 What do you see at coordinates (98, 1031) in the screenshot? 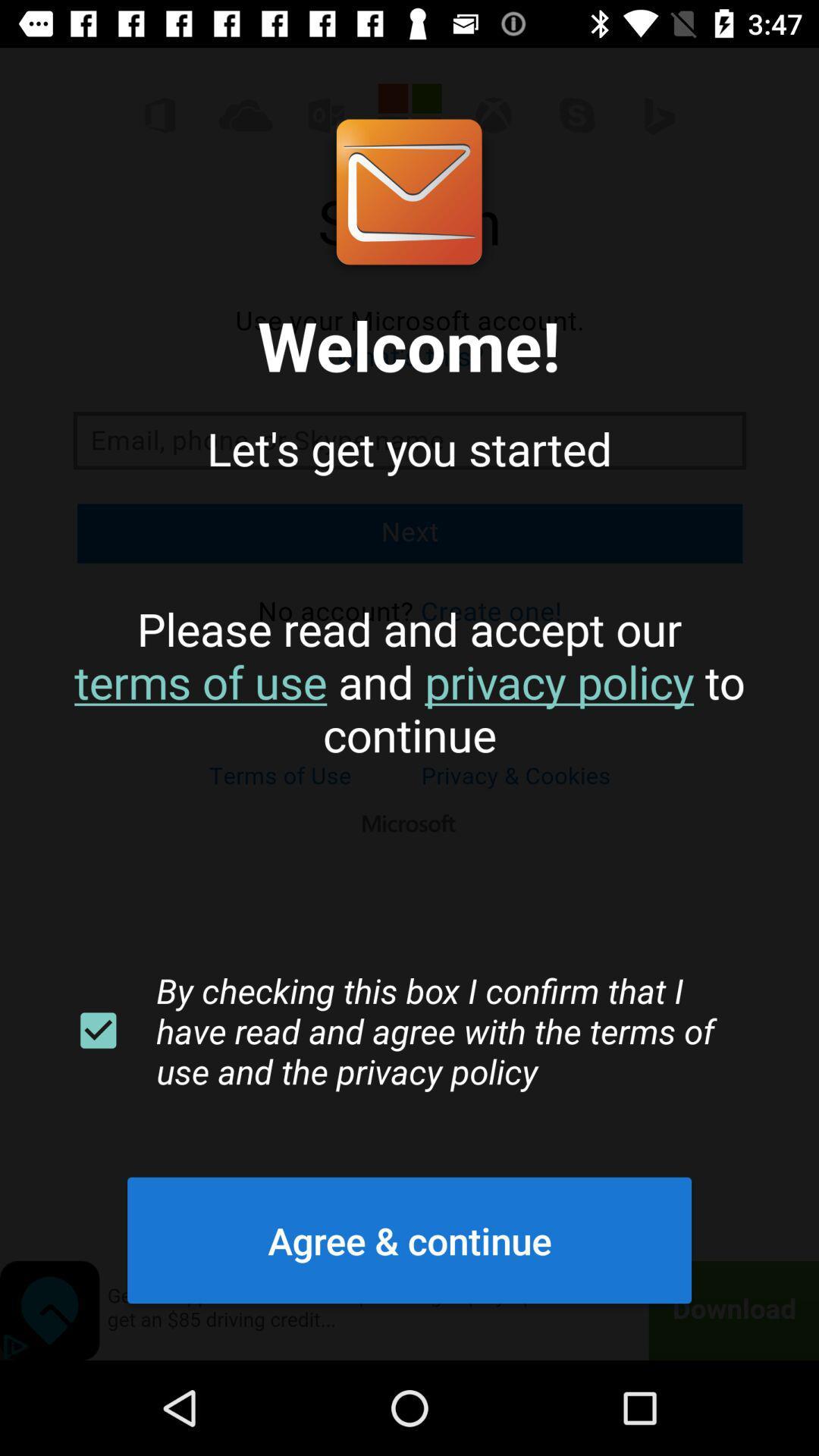
I see `the item next to by checking this` at bounding box center [98, 1031].